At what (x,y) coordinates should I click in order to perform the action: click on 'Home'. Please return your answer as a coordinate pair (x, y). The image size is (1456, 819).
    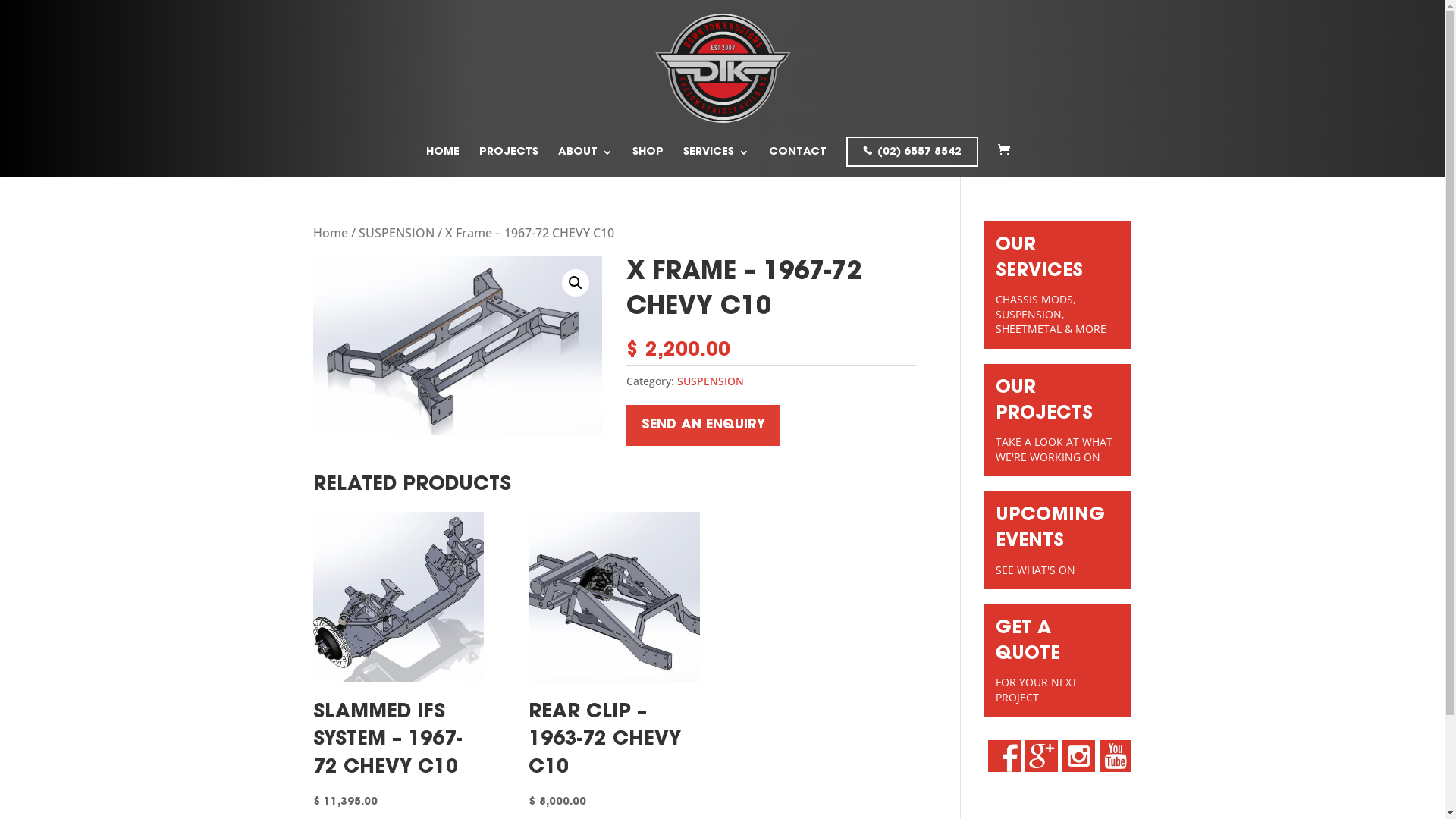
    Looking at the image, I should click on (329, 233).